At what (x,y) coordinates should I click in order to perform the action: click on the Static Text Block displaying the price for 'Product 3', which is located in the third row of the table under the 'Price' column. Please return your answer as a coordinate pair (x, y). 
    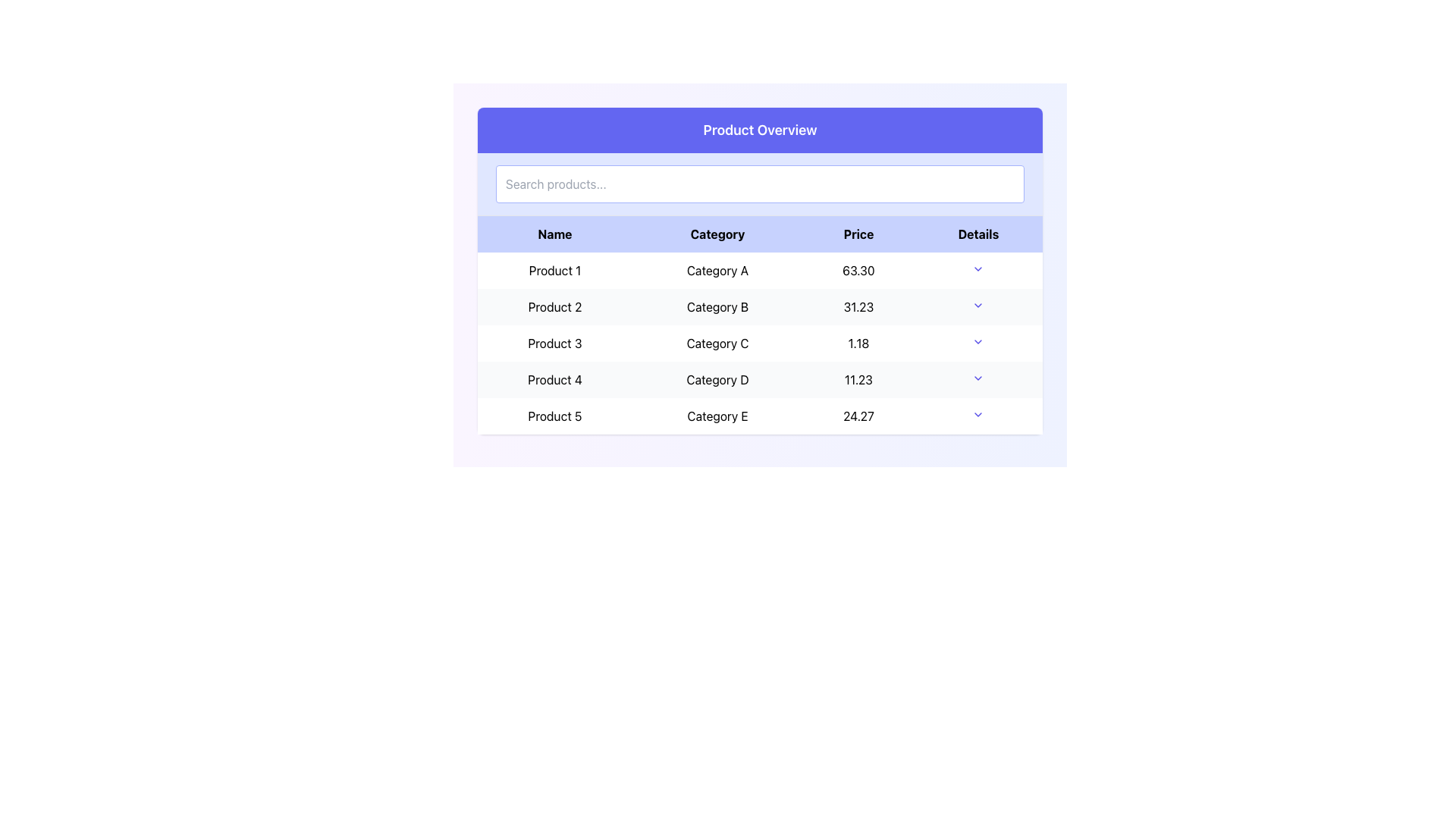
    Looking at the image, I should click on (858, 343).